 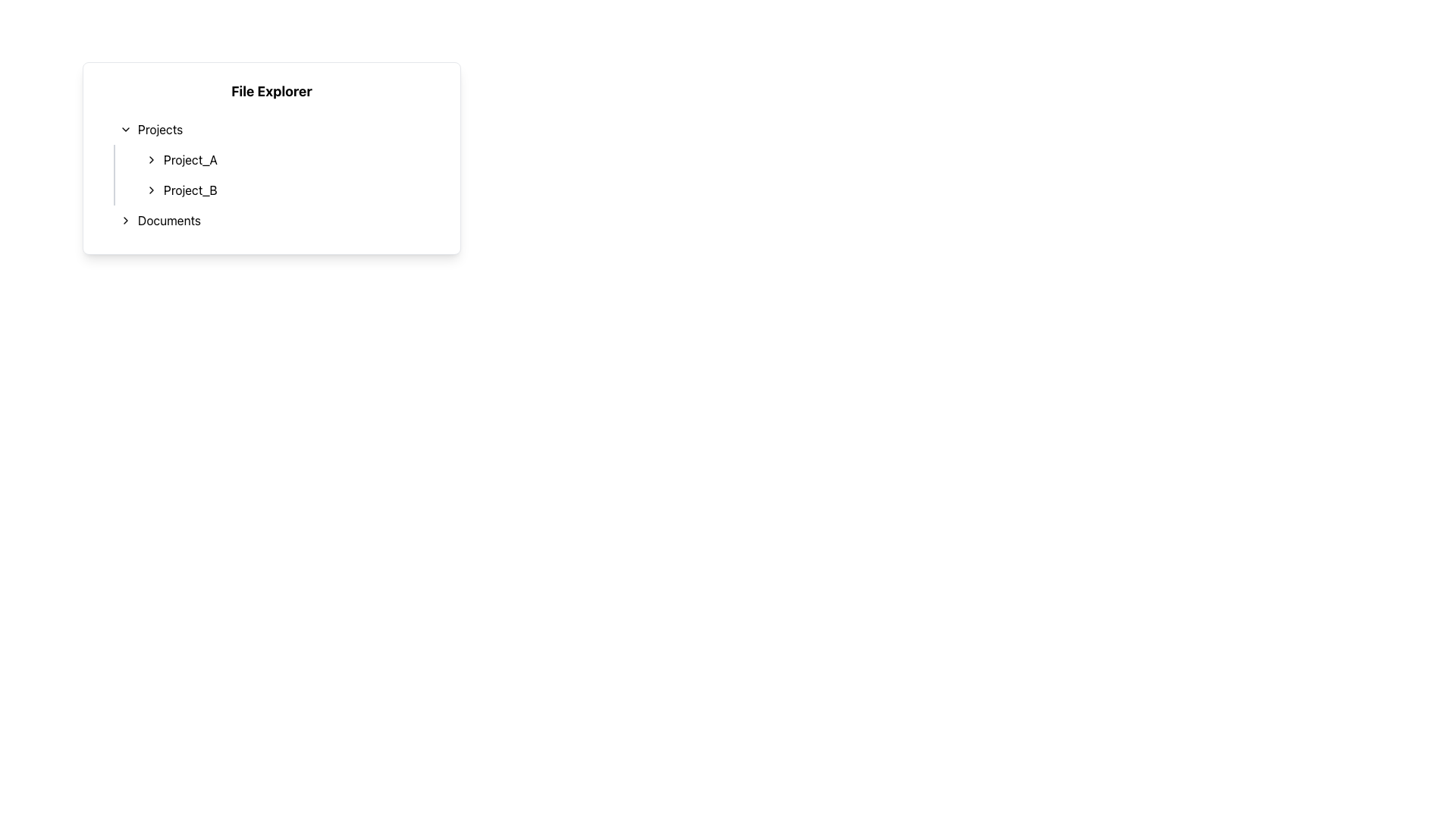 I want to click on the chevron icon located to the left of the text 'Project_B', so click(x=152, y=189).